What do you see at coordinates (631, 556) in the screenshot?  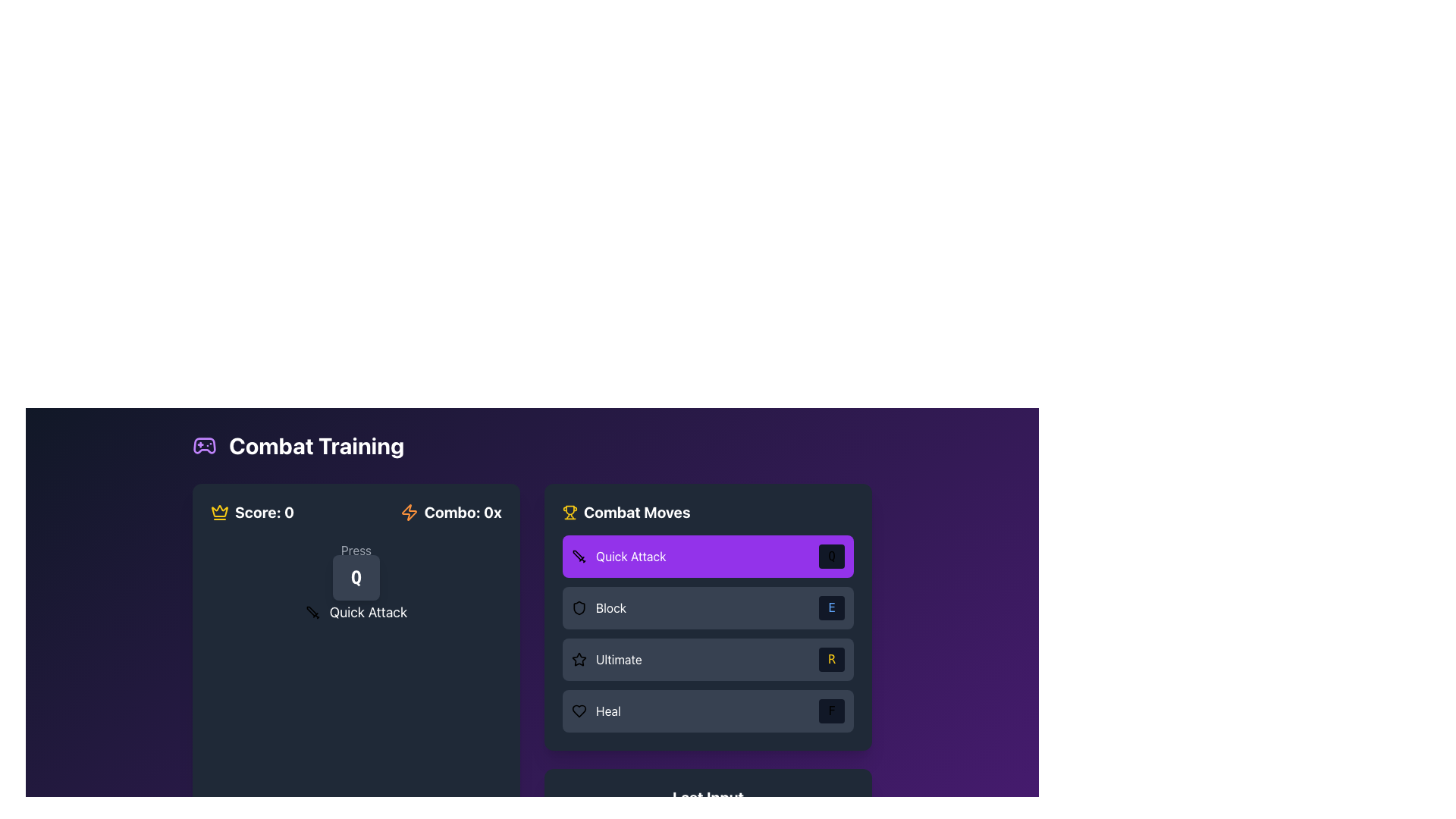 I see `the 'Quick Attack' label in the 'Combat Moves' list, which is located next to a sword icon and a button labeled 'Q'` at bounding box center [631, 556].